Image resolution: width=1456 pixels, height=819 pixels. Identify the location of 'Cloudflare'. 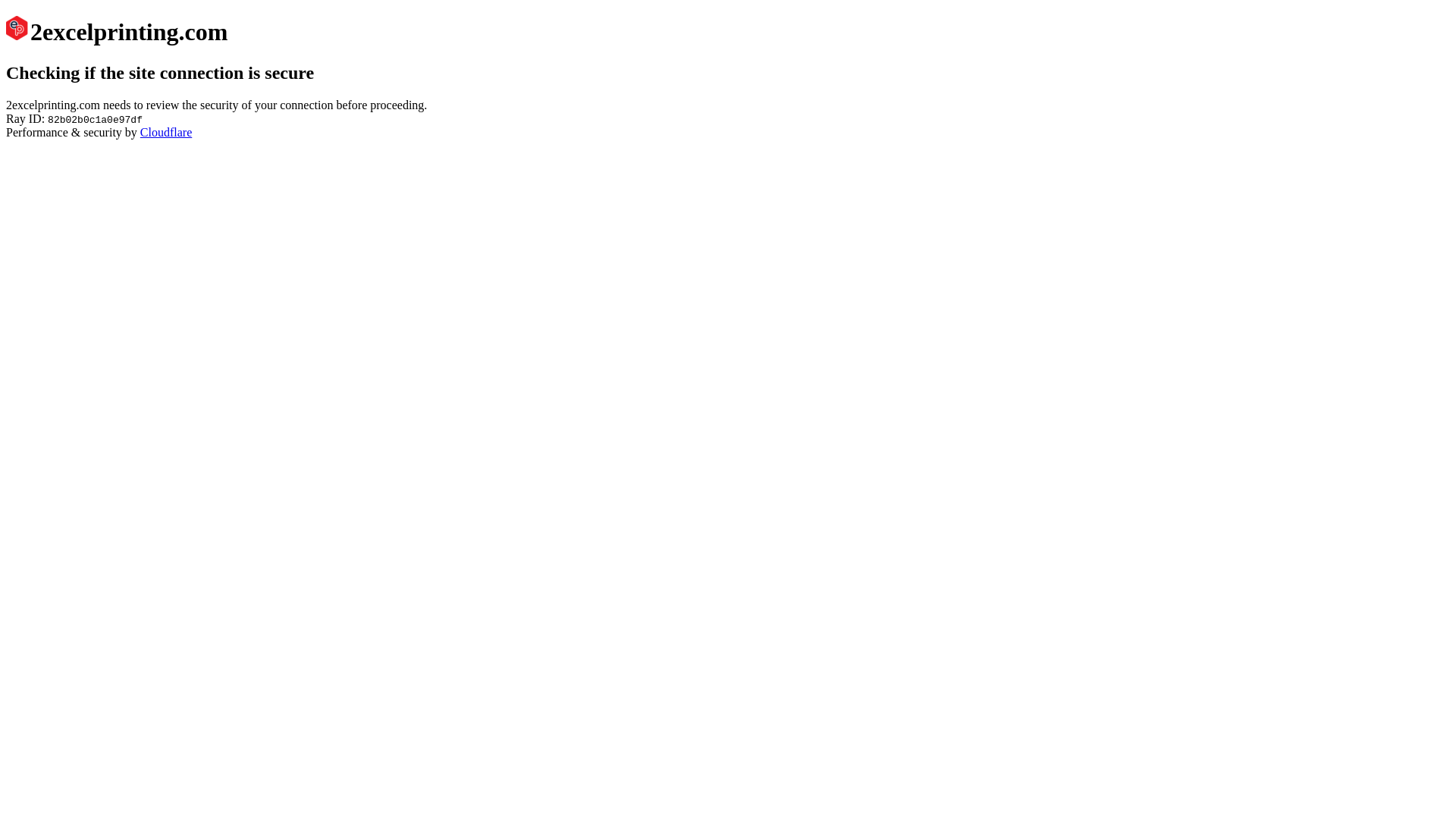
(140, 131).